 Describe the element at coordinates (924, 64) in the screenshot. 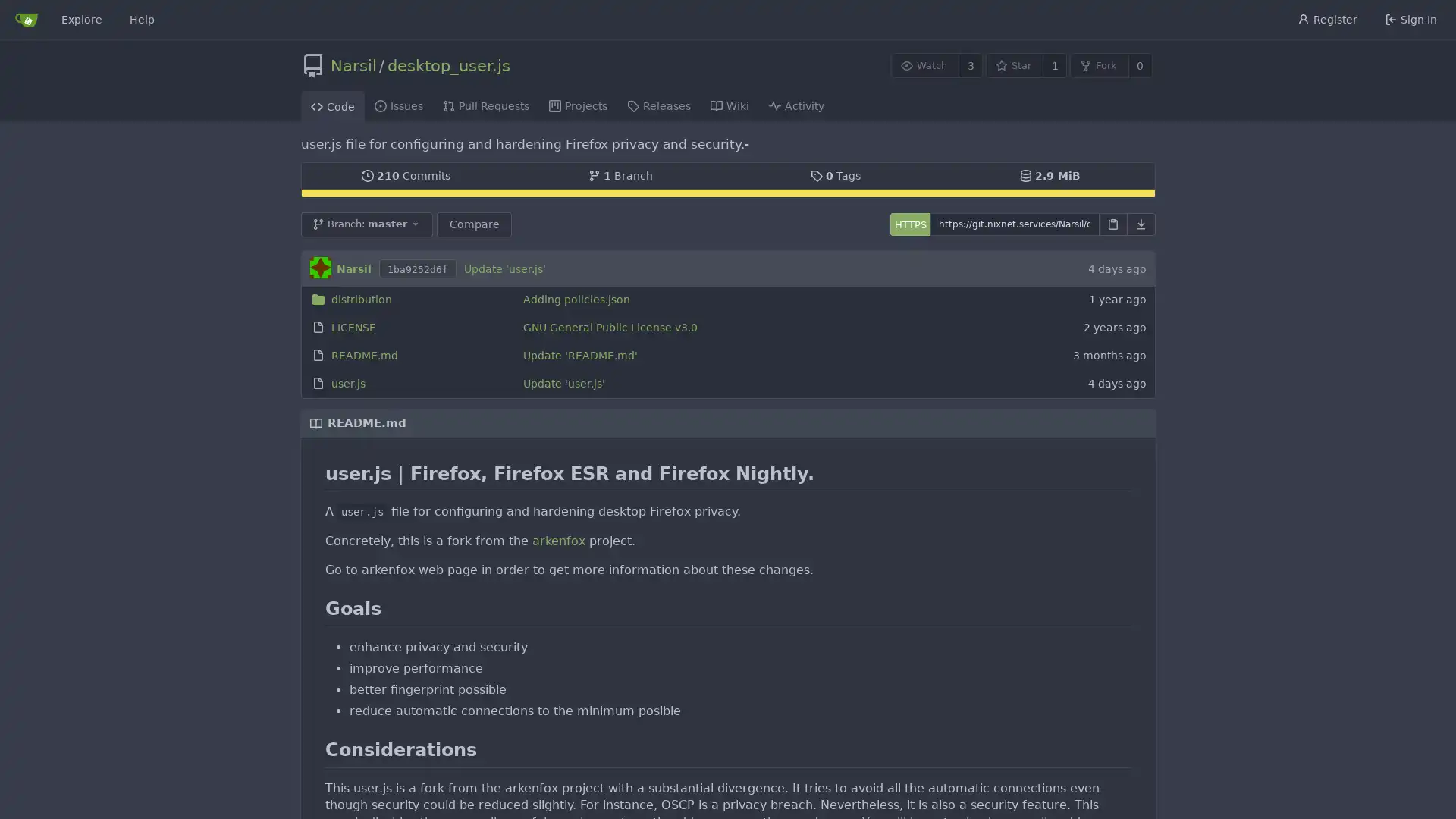

I see `Watch` at that location.